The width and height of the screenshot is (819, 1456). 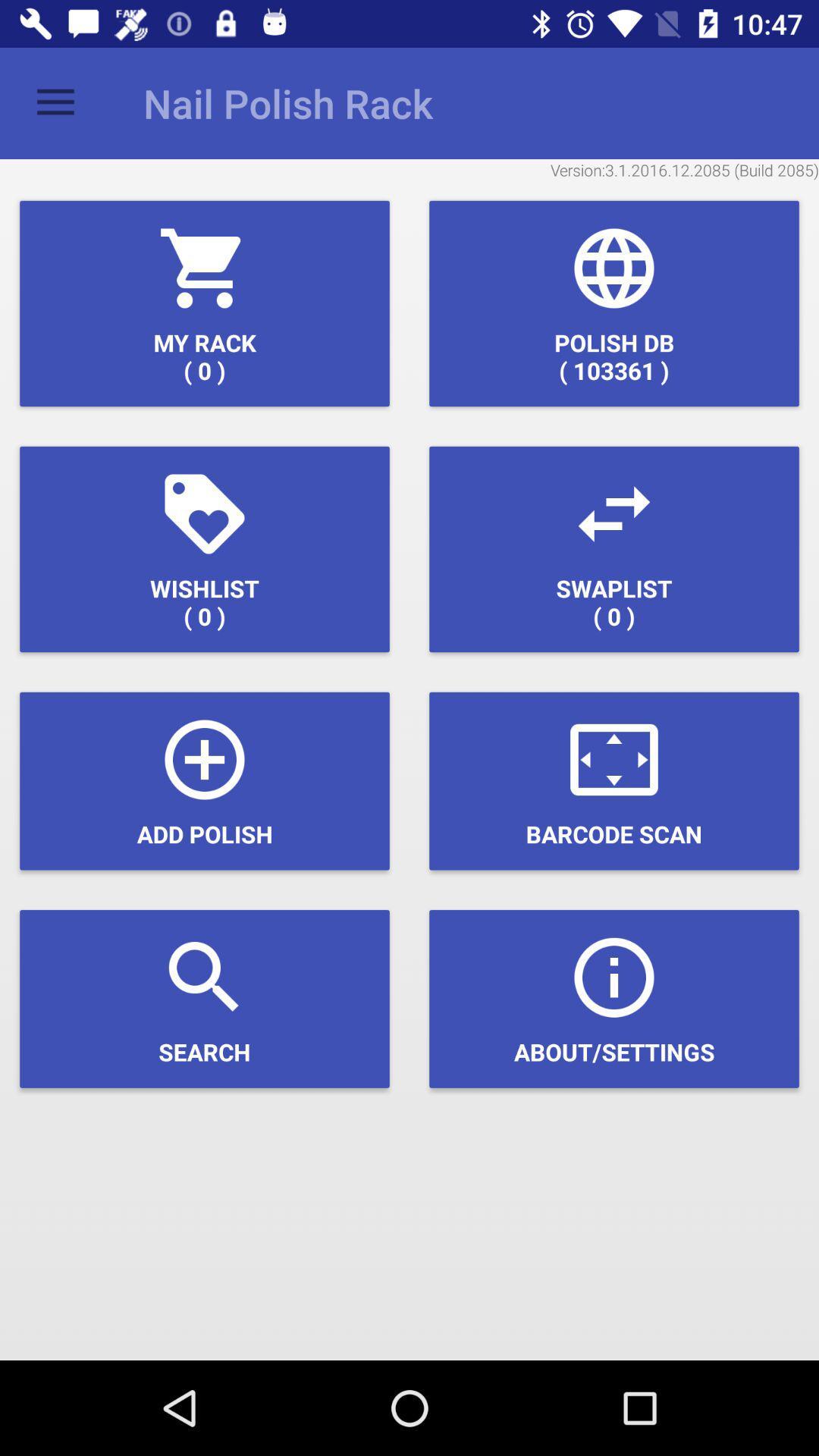 I want to click on item next to the barcode scan icon, so click(x=205, y=781).